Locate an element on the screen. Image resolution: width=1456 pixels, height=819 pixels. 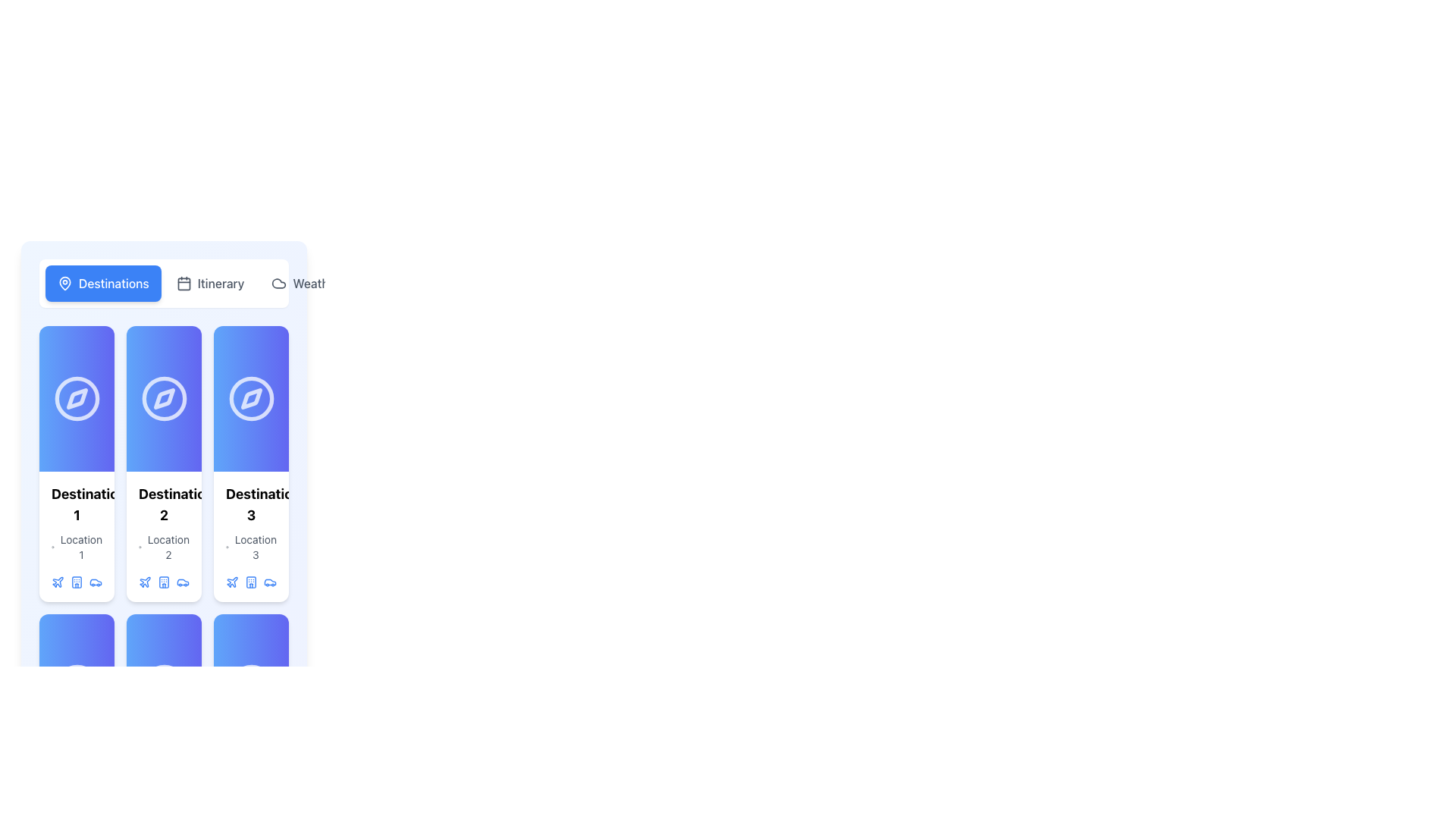
the blue airplane icon, the first icon in the horizontal list below the text content in the card labeled 'Destination 1' is located at coordinates (58, 581).